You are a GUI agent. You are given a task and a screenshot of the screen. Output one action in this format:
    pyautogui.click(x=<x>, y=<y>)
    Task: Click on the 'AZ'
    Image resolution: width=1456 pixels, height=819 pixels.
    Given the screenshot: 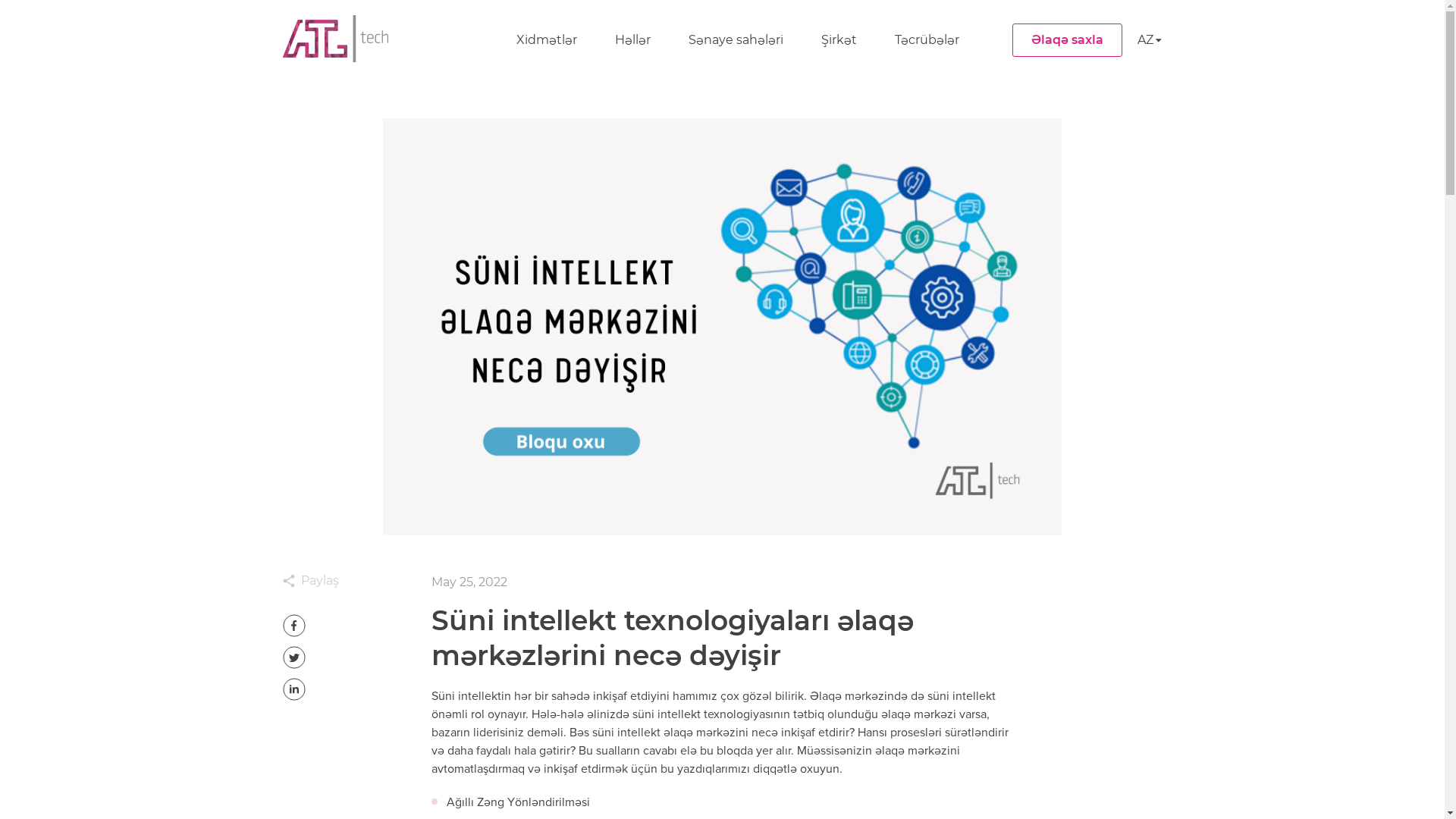 What is the action you would take?
    pyautogui.click(x=1150, y=39)
    